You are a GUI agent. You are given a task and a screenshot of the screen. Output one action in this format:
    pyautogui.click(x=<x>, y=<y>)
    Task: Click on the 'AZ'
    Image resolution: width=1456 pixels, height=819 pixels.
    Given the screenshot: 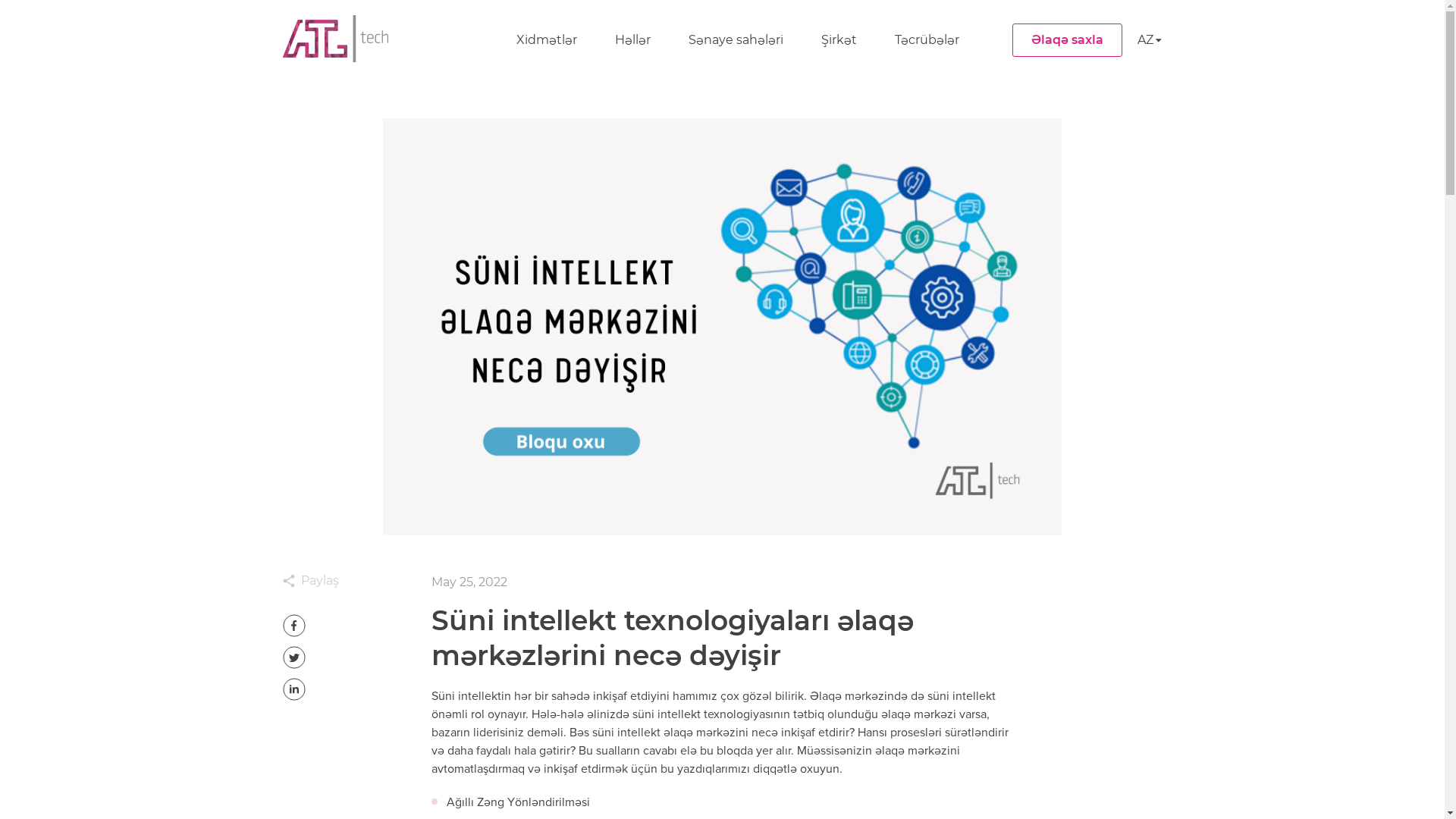 What is the action you would take?
    pyautogui.click(x=1150, y=39)
    